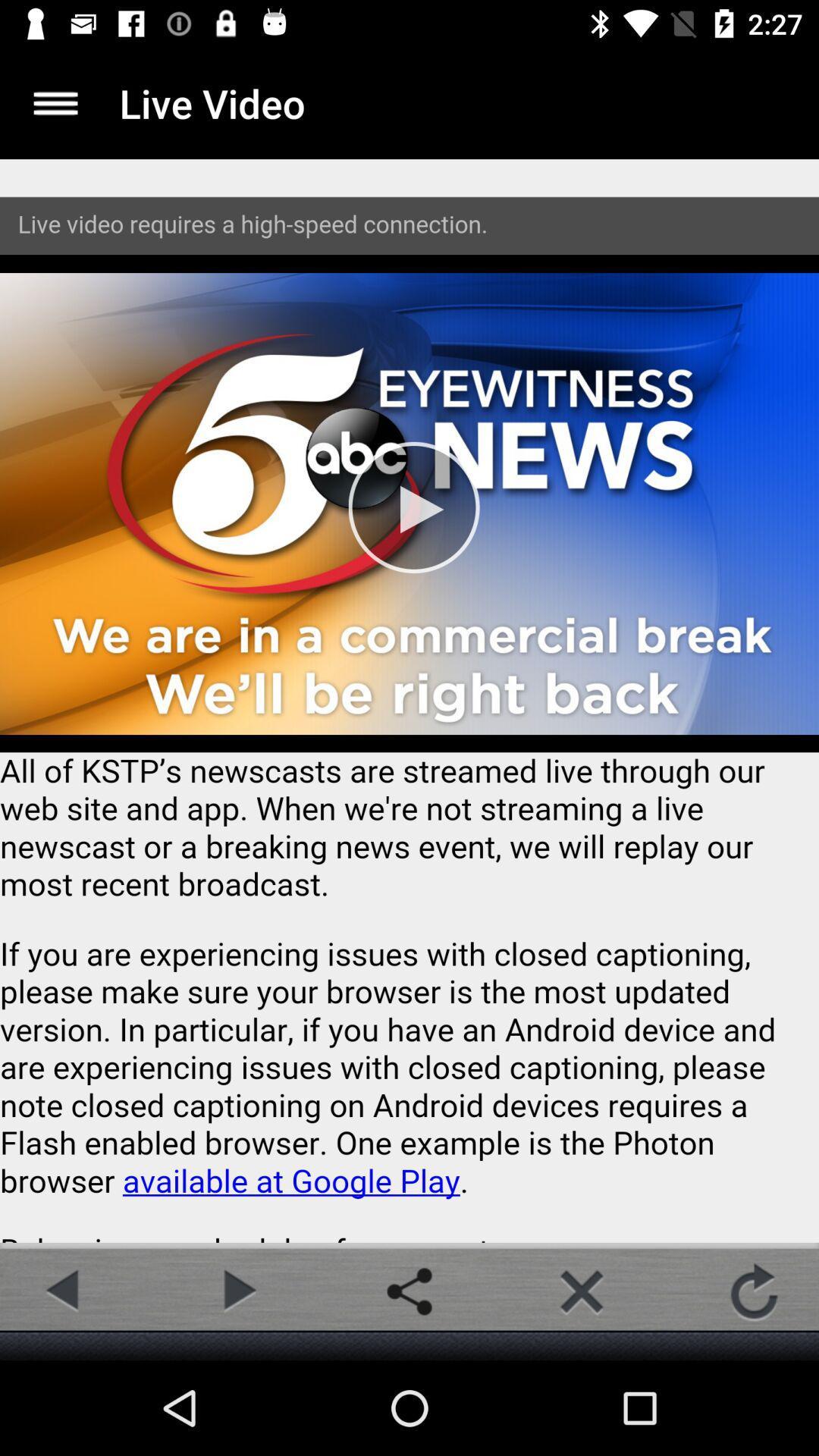  What do you see at coordinates (409, 700) in the screenshot?
I see `live video pages` at bounding box center [409, 700].